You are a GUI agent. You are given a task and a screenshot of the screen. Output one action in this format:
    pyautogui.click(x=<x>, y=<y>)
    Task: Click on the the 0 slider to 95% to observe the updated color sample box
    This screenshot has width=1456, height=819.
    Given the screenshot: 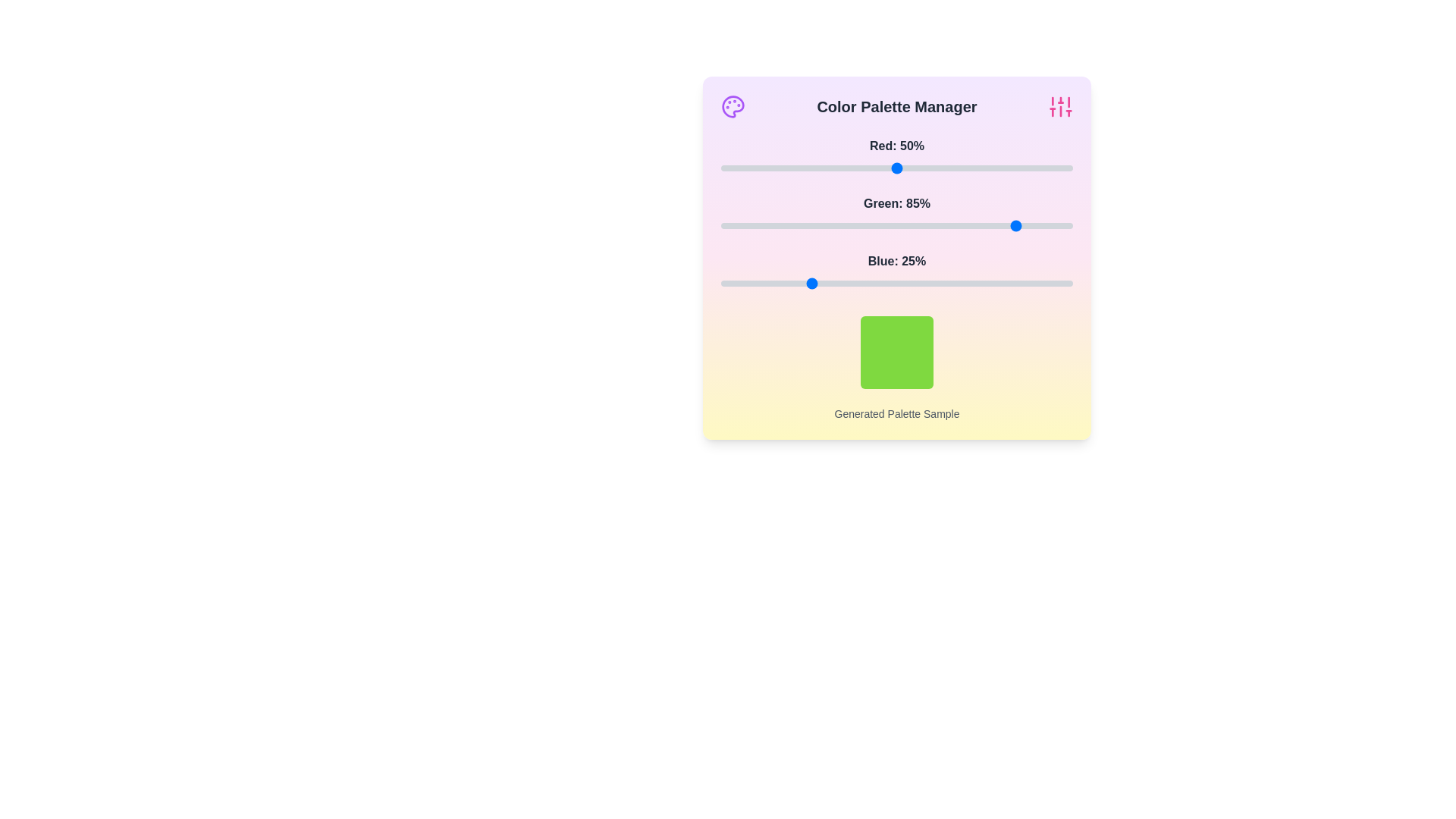 What is the action you would take?
    pyautogui.click(x=1054, y=168)
    